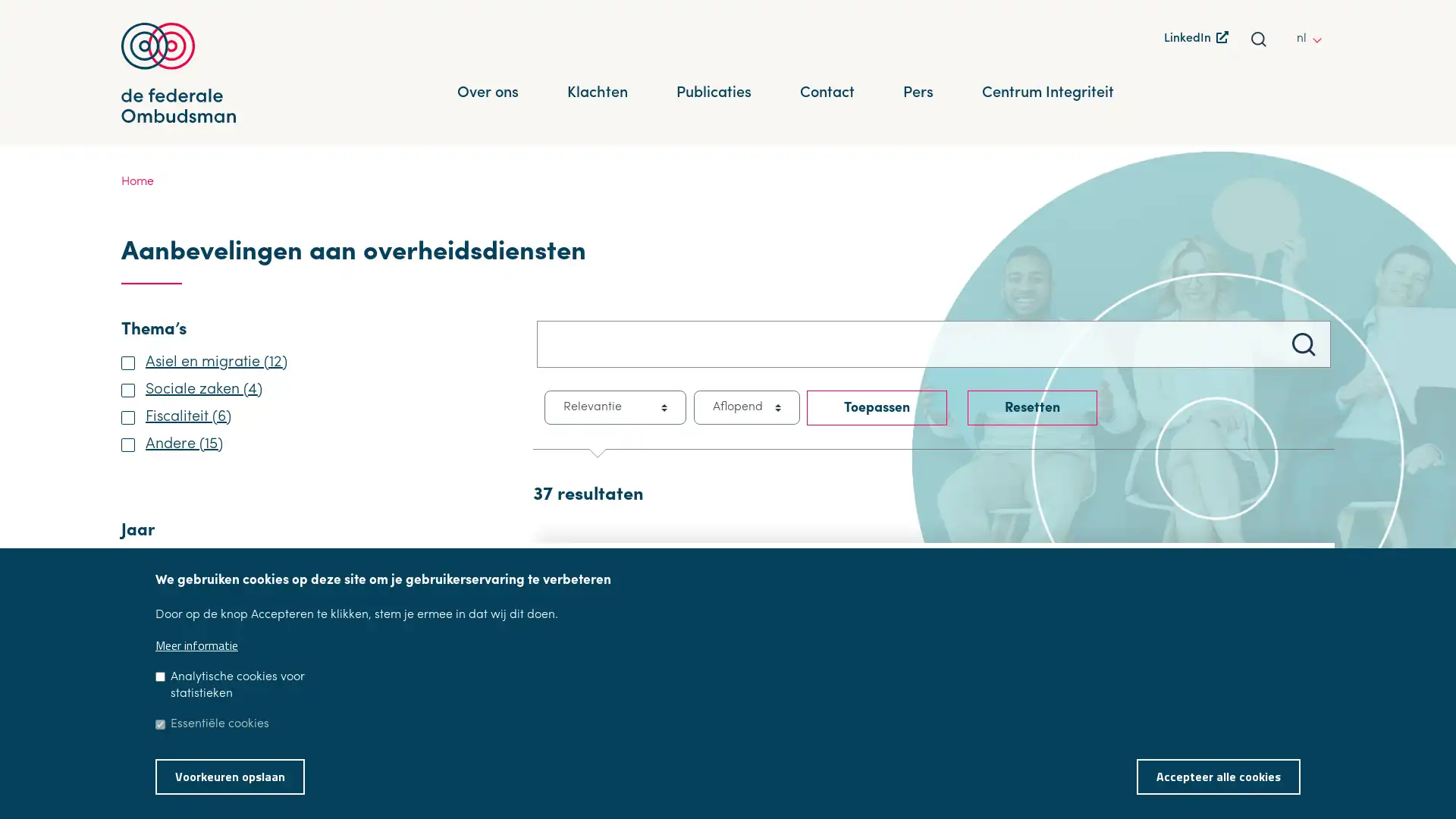 The height and width of the screenshot is (819, 1456). I want to click on Toepassen, so click(877, 406).